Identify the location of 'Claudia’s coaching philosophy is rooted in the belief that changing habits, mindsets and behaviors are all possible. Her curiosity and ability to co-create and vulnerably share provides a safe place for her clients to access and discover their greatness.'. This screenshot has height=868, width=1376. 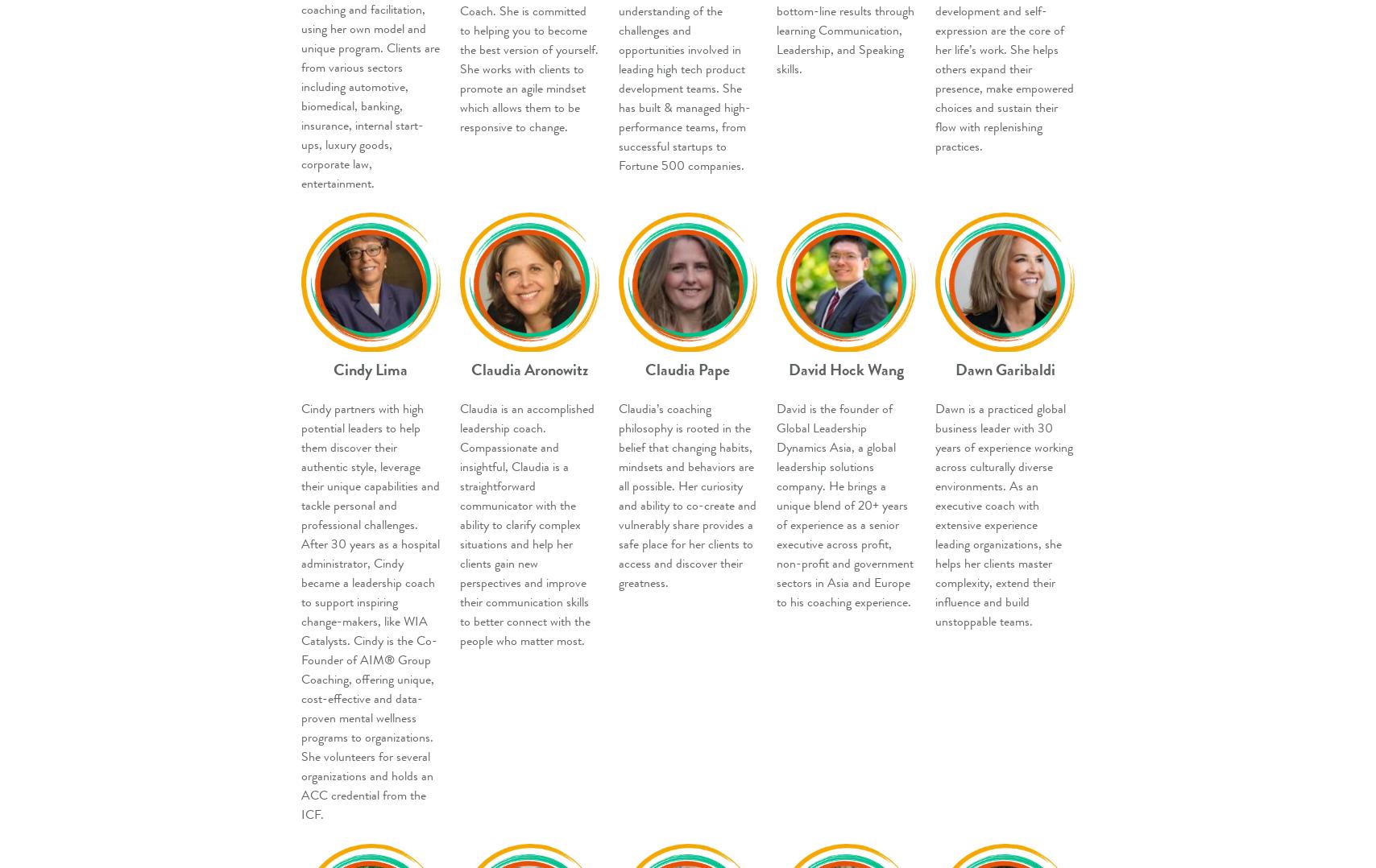
(686, 494).